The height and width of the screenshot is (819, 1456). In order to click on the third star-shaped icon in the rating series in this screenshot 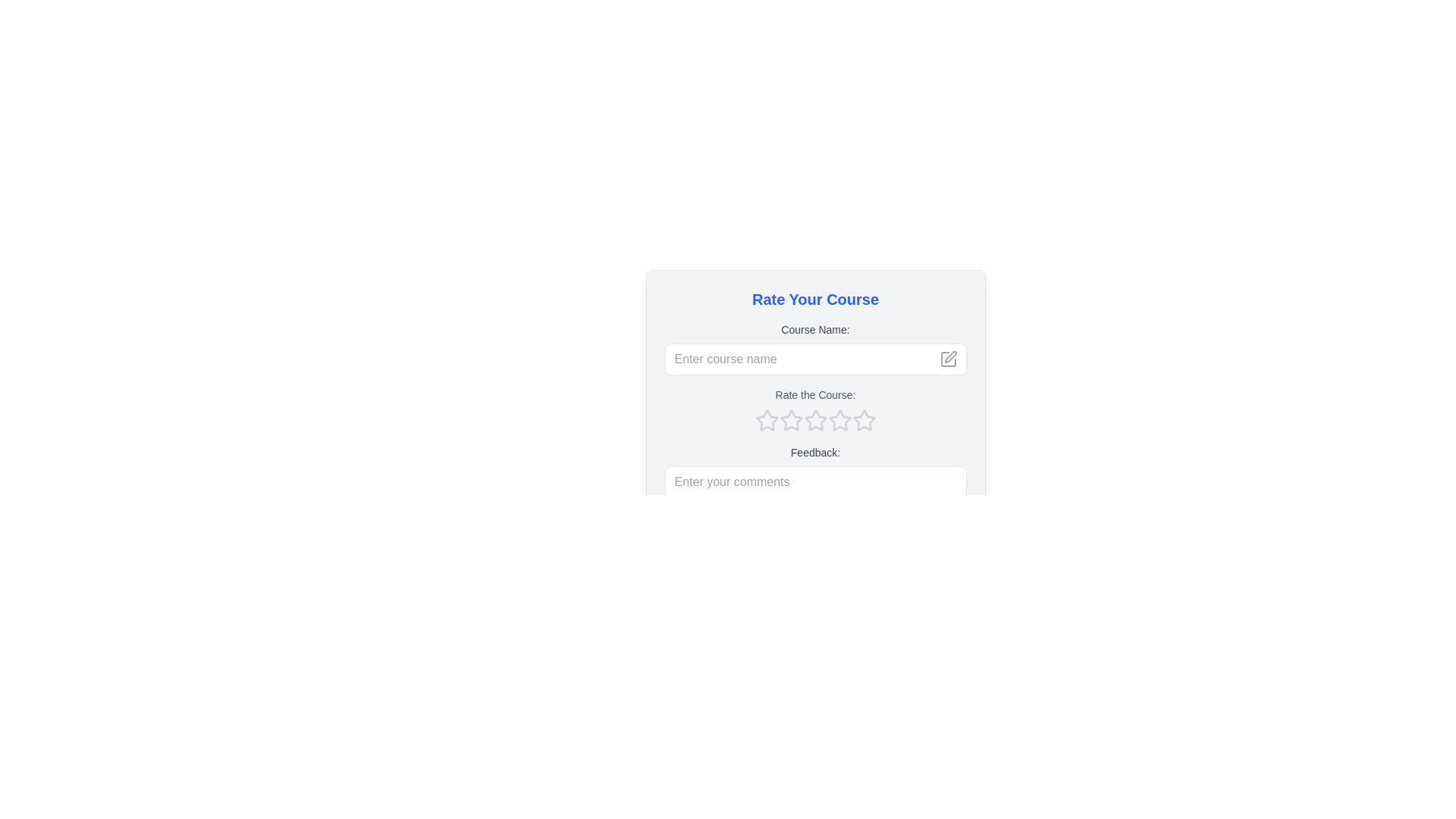, I will do `click(839, 420)`.